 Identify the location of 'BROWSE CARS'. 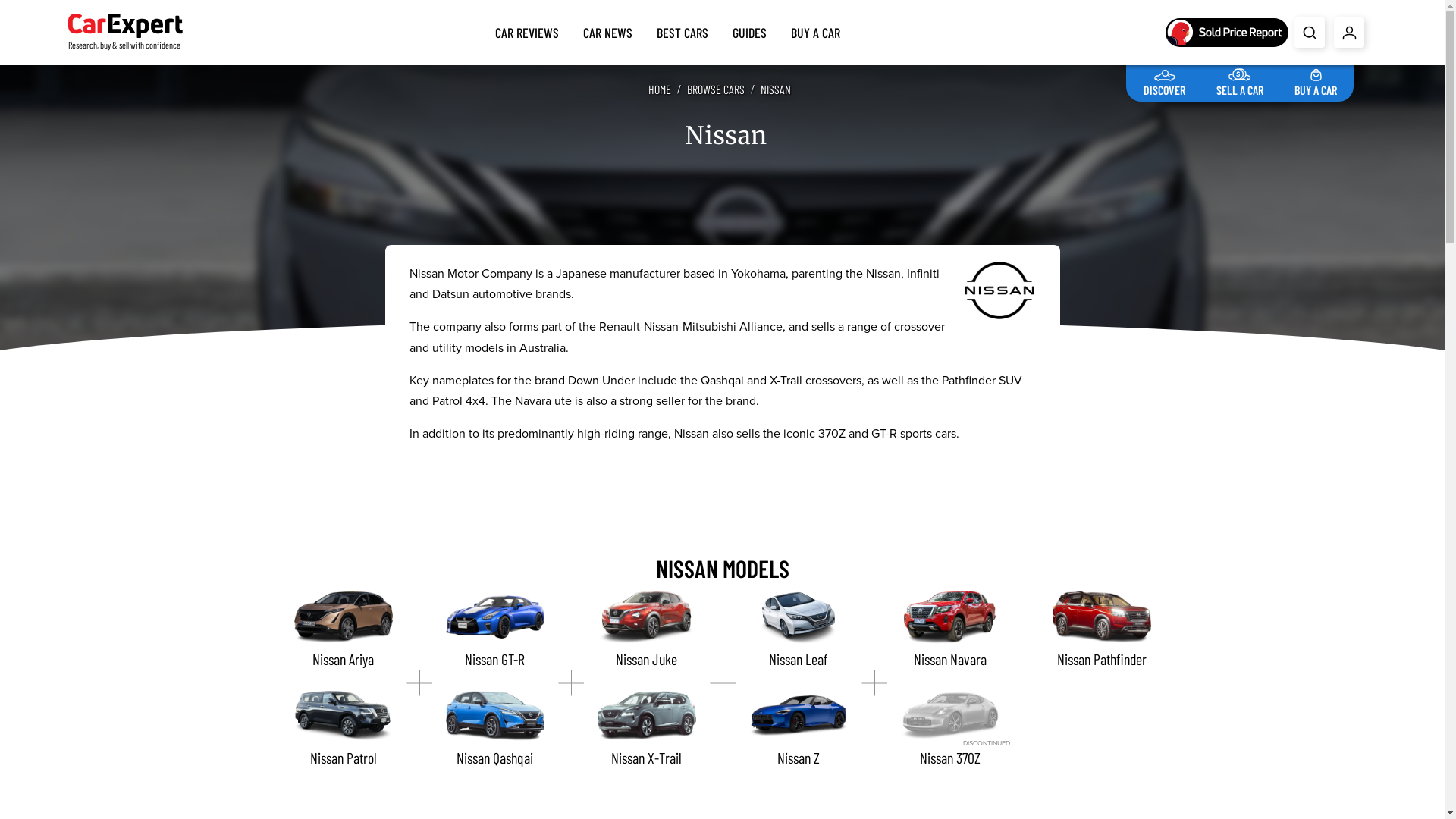
(715, 89).